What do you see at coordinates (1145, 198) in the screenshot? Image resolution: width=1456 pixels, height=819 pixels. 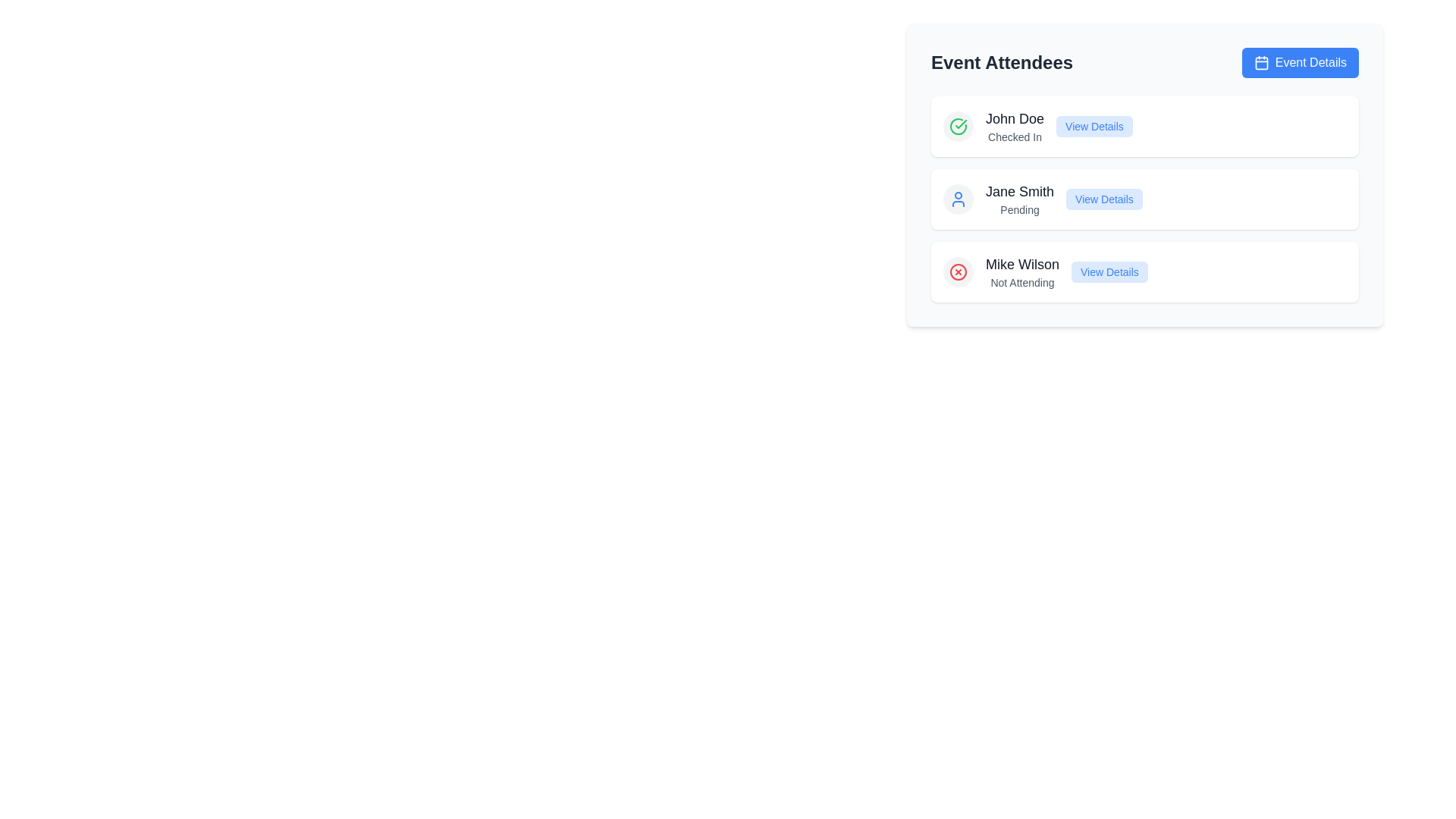 I see `the 'View Details' link in the attendee information section located in the 'Event Attendees' list, specifically the second entry between 'John Doe' and 'Mike Wilson'` at bounding box center [1145, 198].